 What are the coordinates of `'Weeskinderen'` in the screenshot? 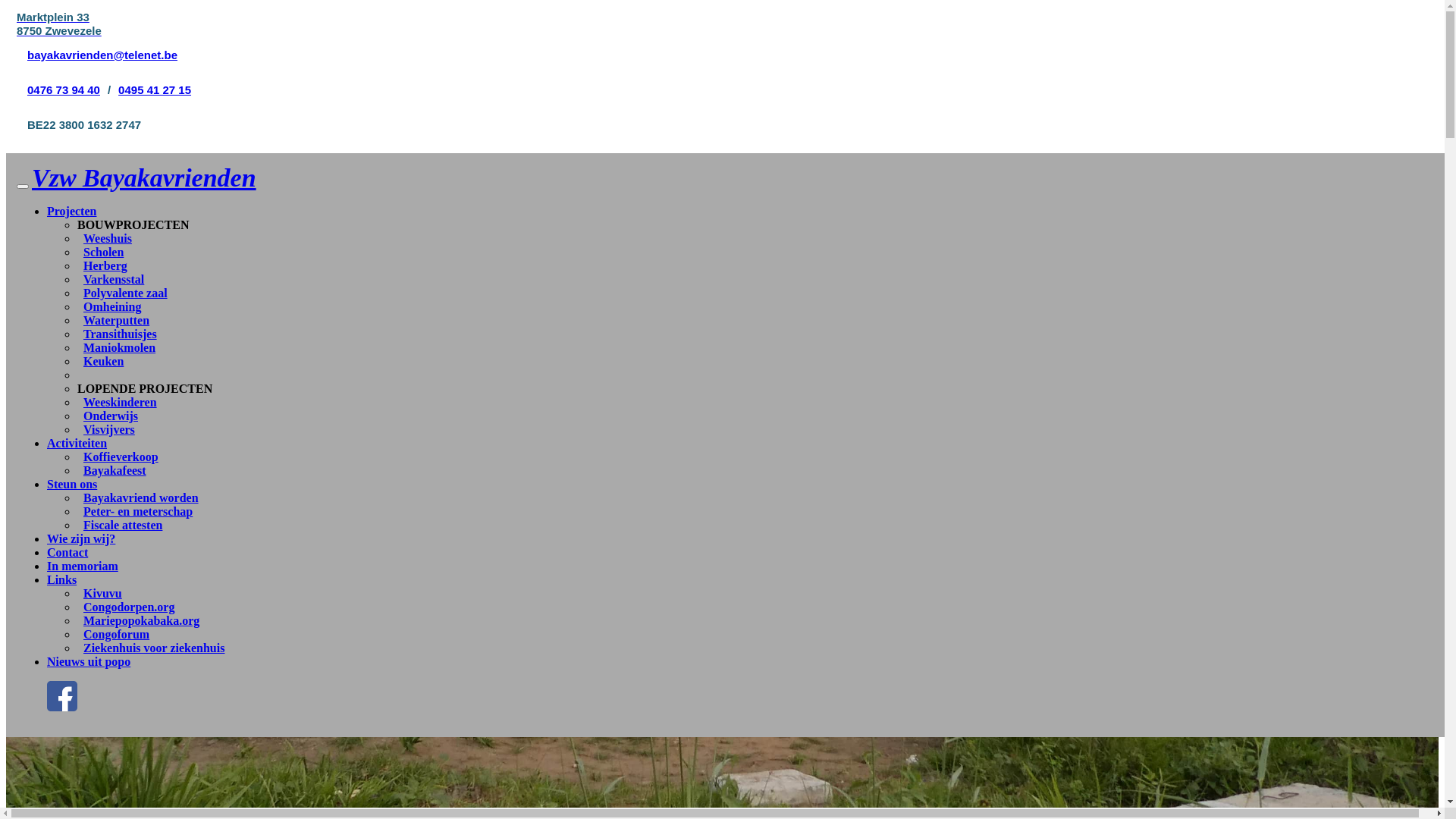 It's located at (116, 401).